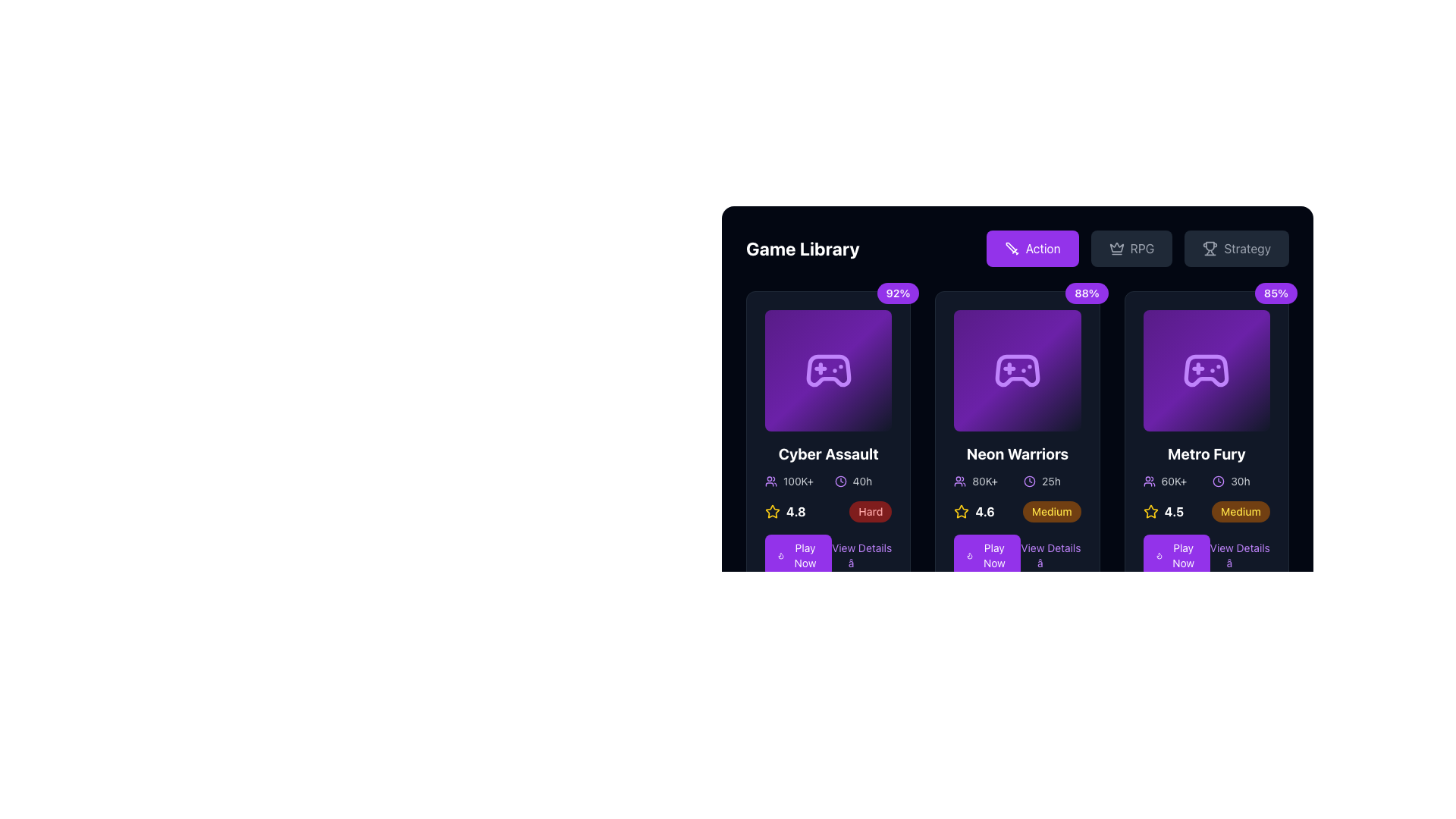 Image resolution: width=1456 pixels, height=819 pixels. Describe the element at coordinates (795, 512) in the screenshot. I see `the static text label displaying '4.8' in bold white font, located under the 'Cyber Assault' game card and adjacent to the yellow star icon` at that location.